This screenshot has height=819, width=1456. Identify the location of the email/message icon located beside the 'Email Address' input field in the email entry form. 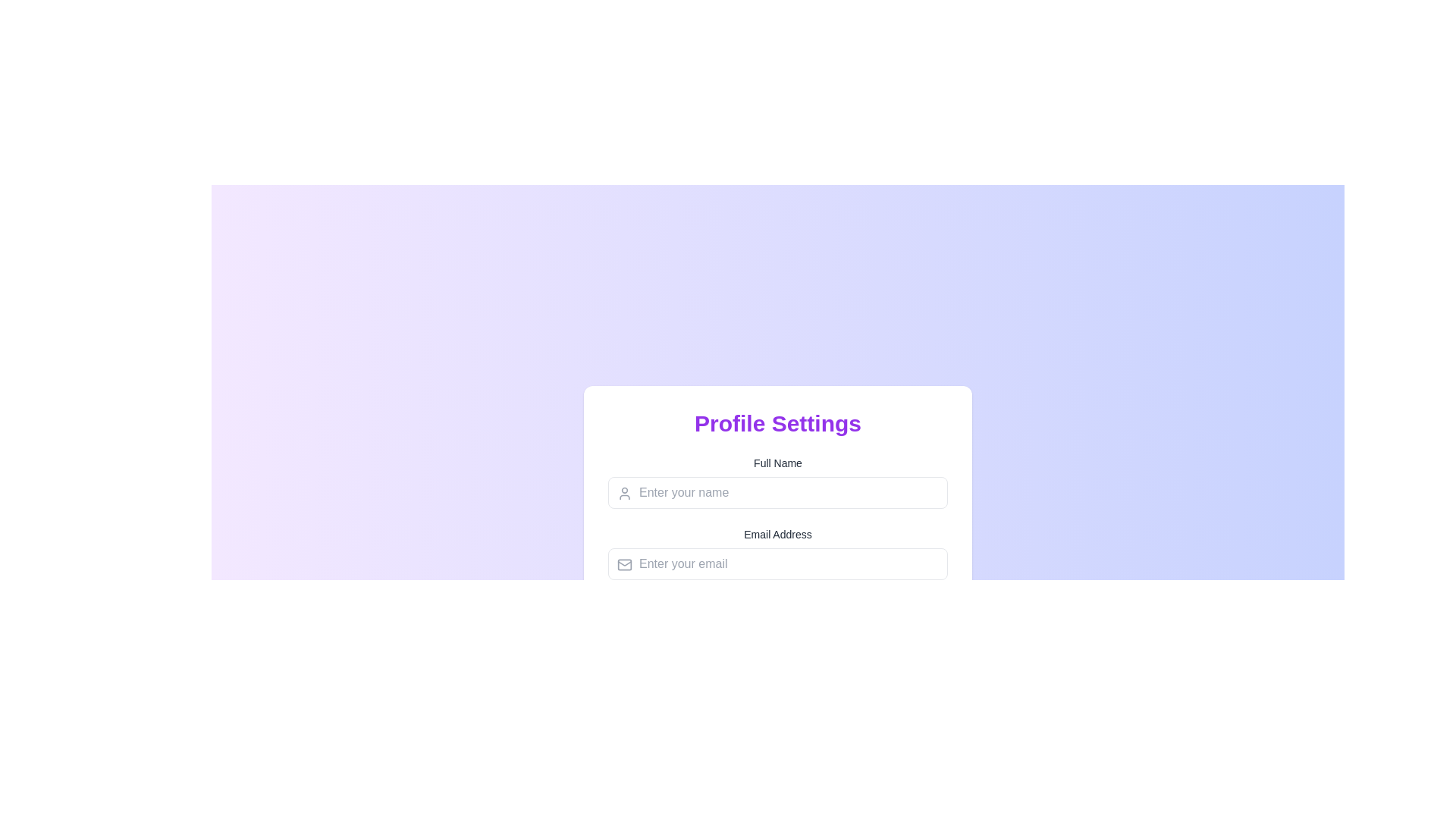
(625, 564).